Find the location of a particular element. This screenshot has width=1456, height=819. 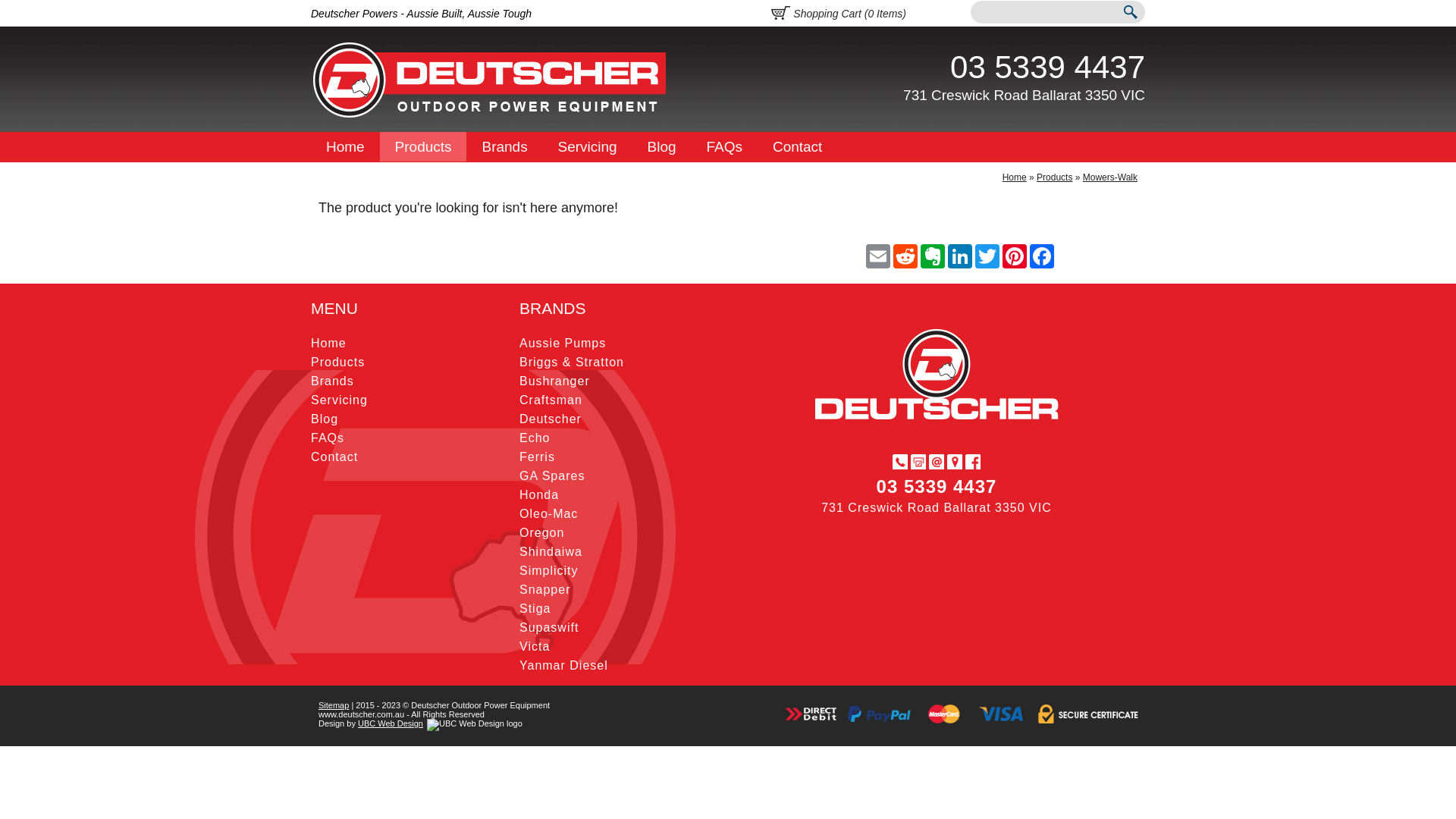

'03 5339 4437' is located at coordinates (949, 66).